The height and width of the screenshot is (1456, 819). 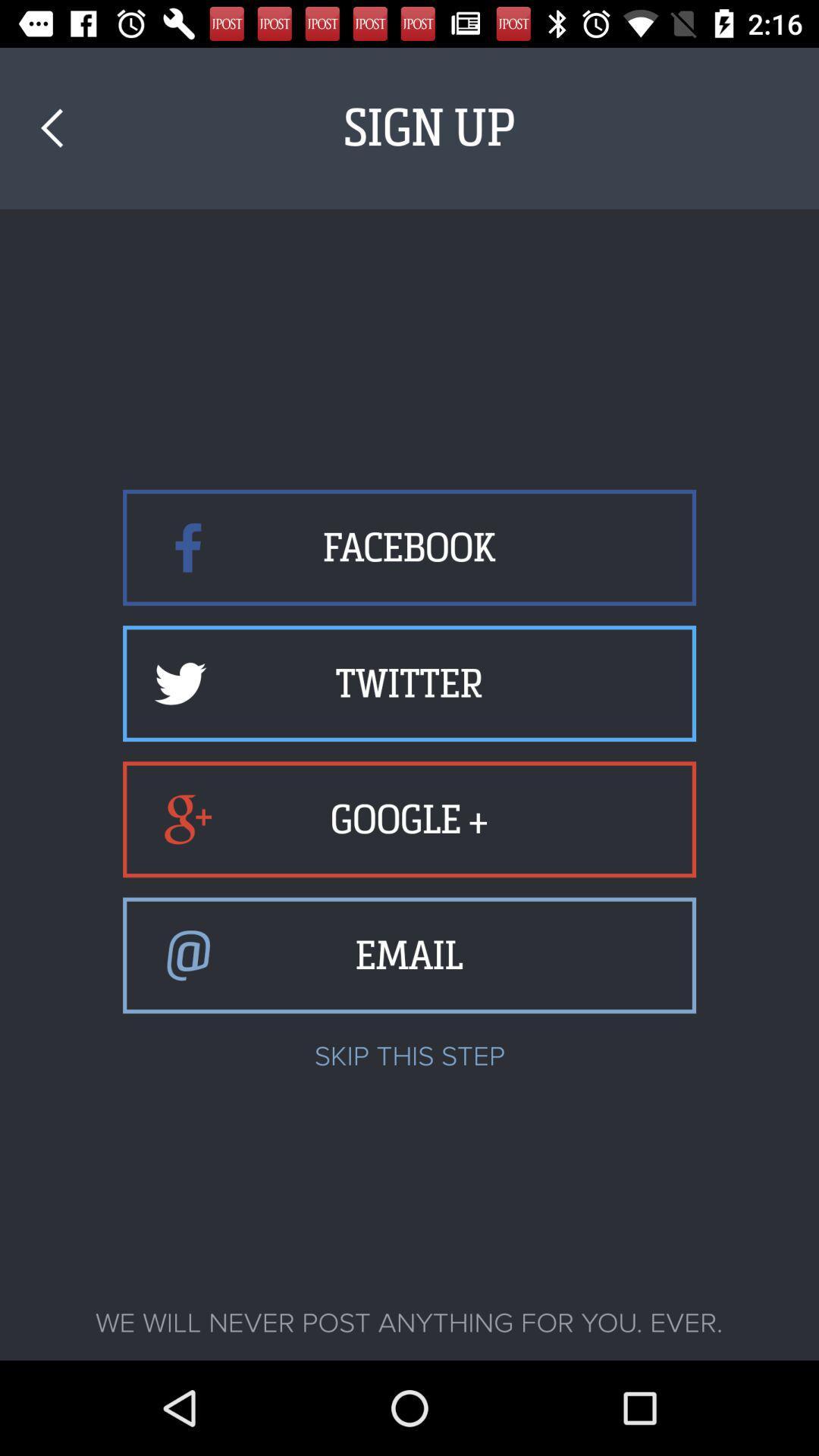 I want to click on item next to sign up icon, so click(x=51, y=128).